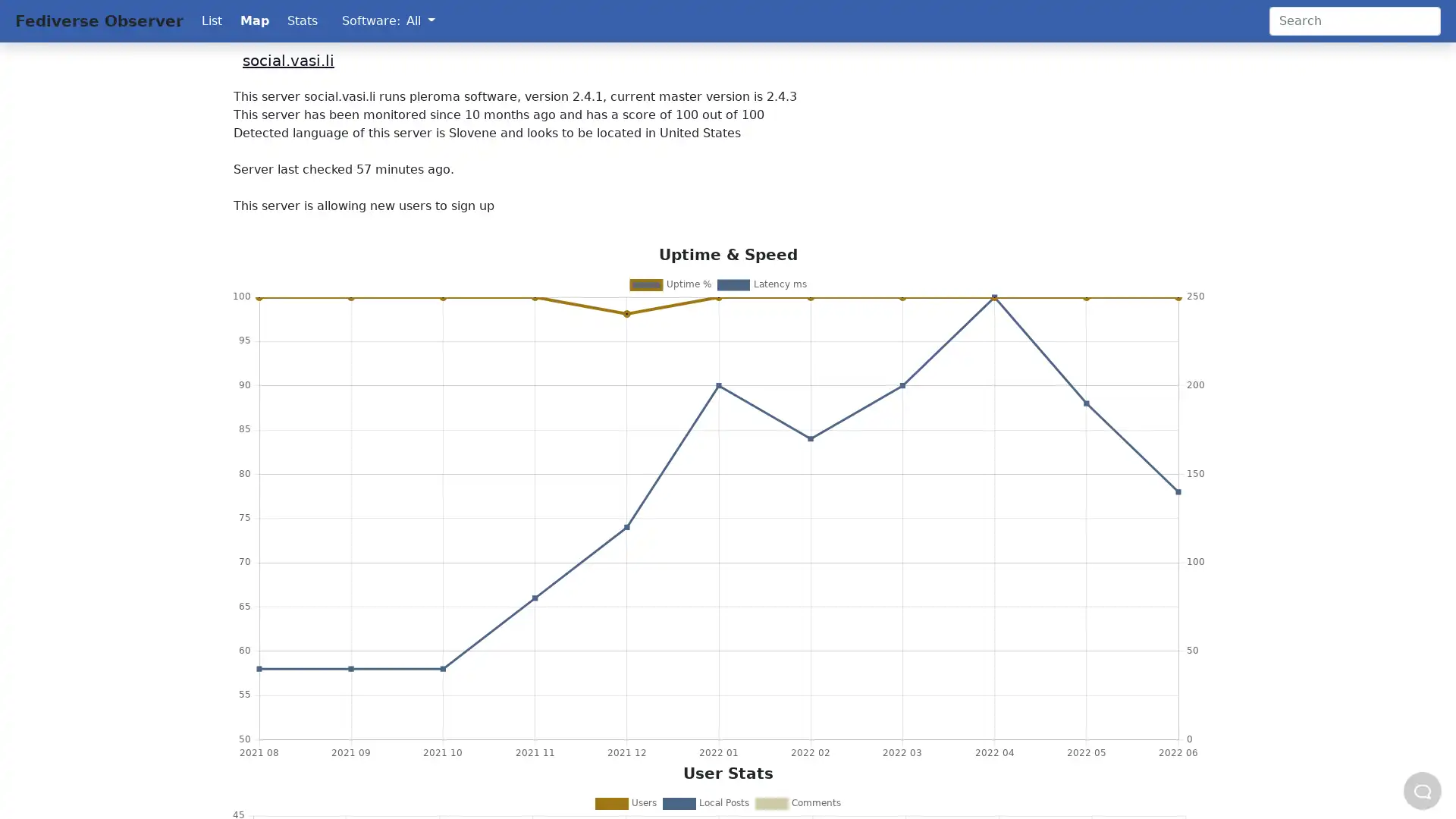 Image resolution: width=1456 pixels, height=819 pixels. I want to click on All, so click(420, 20).